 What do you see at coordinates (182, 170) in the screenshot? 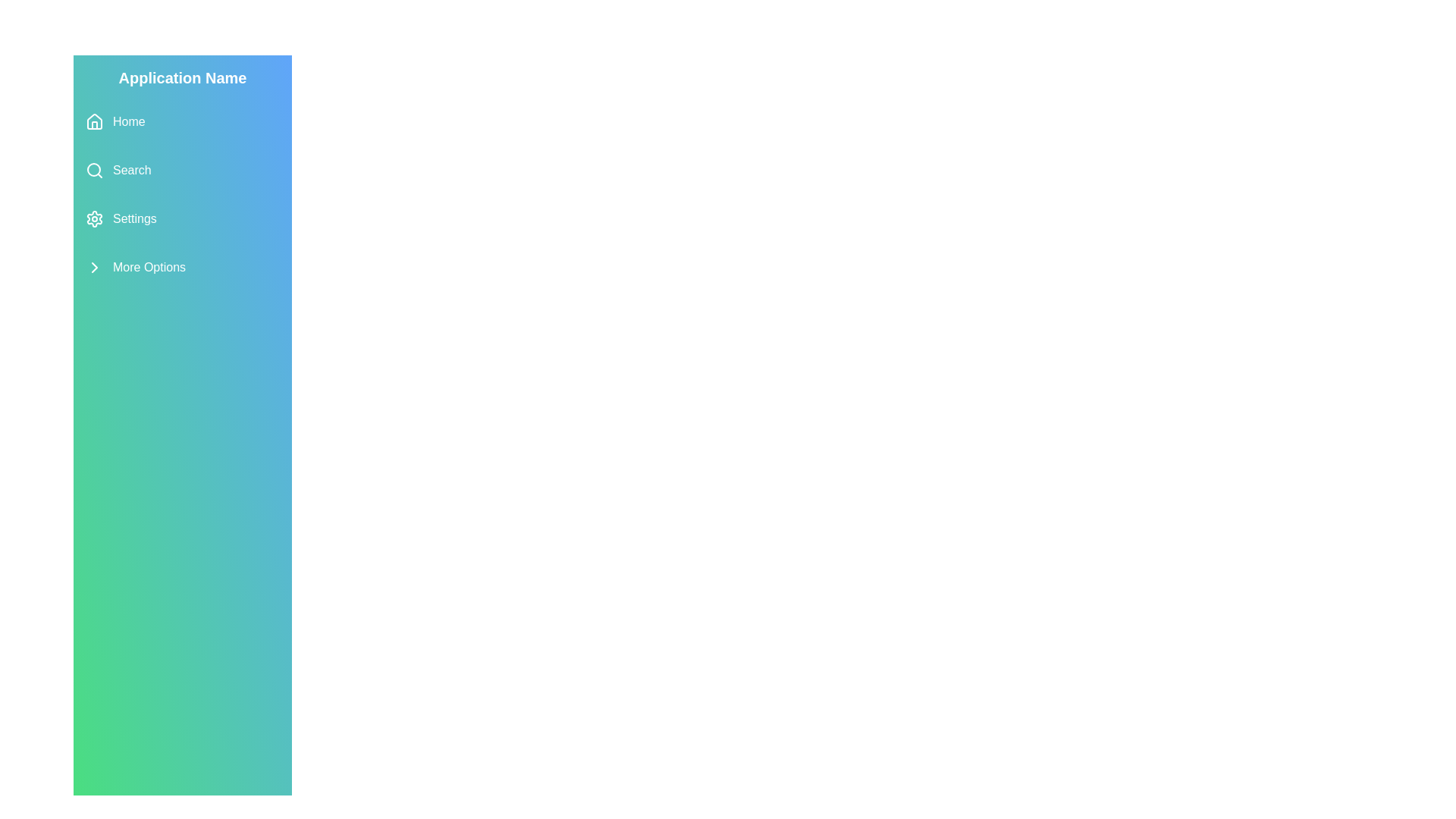
I see `the menu item Search` at bounding box center [182, 170].